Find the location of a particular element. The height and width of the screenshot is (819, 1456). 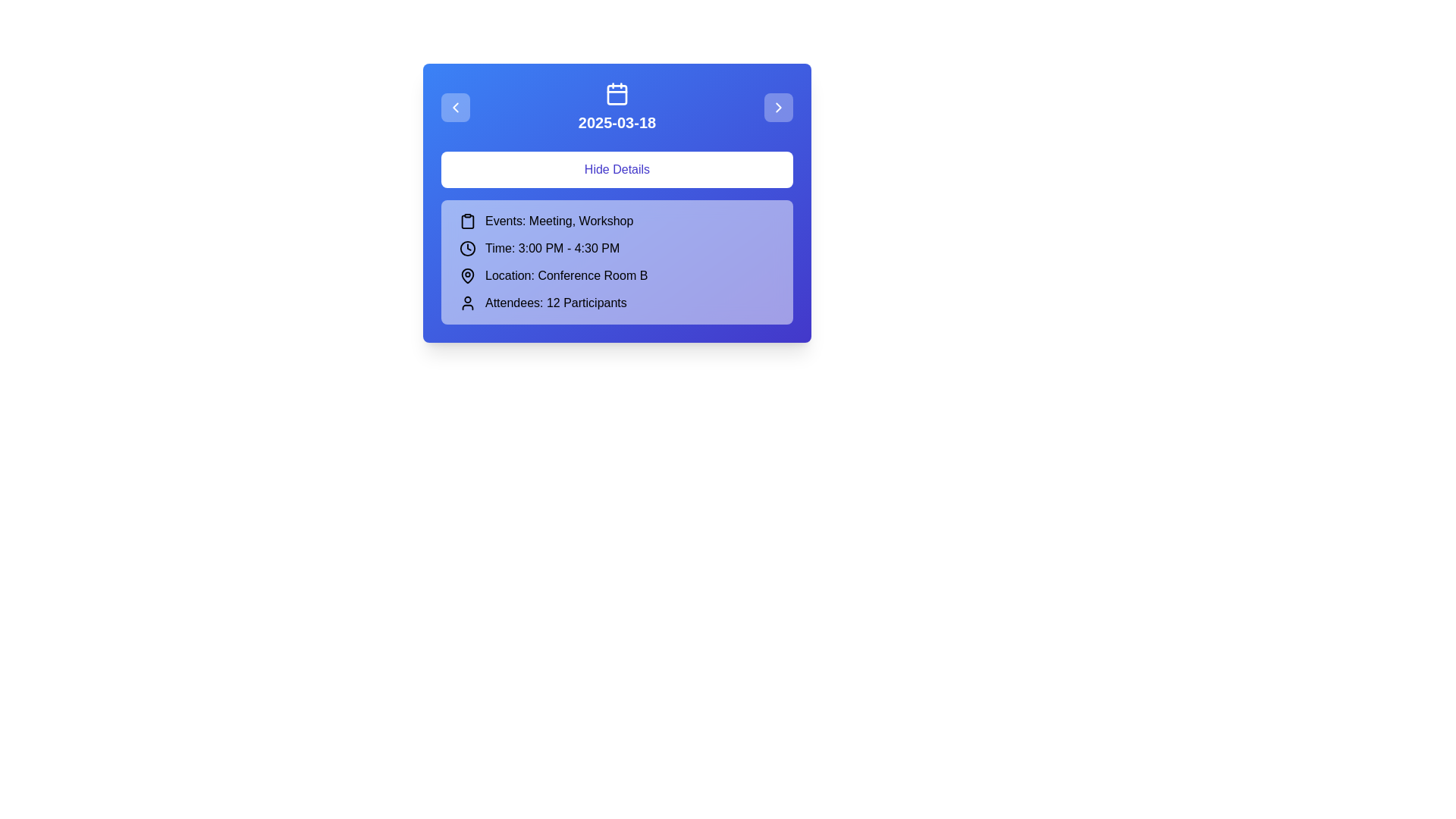

the Information label with icon that indicates the number of attendees for an event, located at the bottom-most section under 'Location: Conference Room B' is located at coordinates (617, 303).